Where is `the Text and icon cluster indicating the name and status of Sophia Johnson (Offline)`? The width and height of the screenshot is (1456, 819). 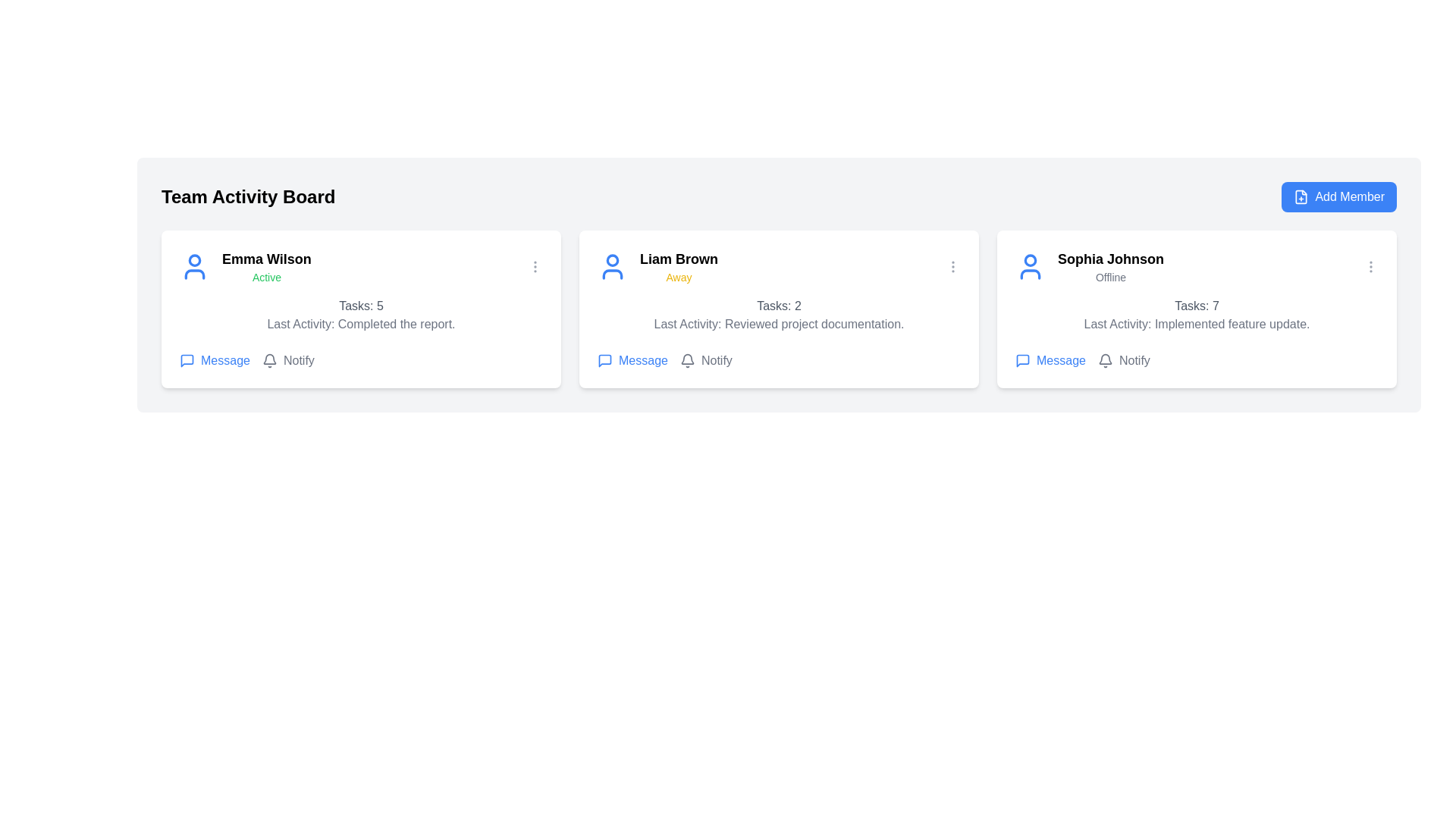 the Text and icon cluster indicating the name and status of Sophia Johnson (Offline) is located at coordinates (1196, 265).